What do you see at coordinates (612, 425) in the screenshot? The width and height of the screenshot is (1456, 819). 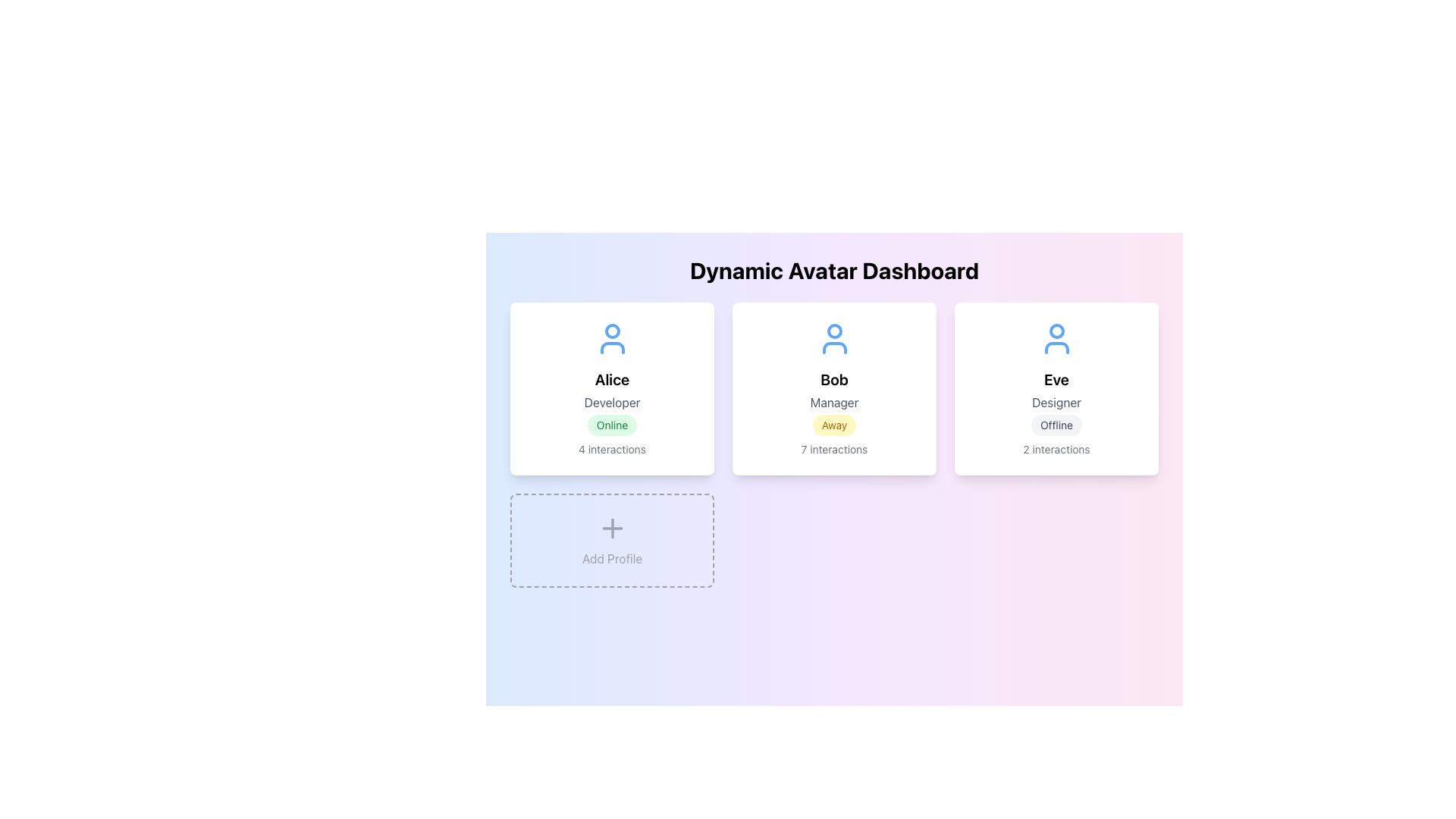 I see `status text from the pill-shaped Status Indicator labeled 'Online' with a green background, located within the card layout for 'Alice', positioned below 'Developer' and above '4 interactions'` at bounding box center [612, 425].